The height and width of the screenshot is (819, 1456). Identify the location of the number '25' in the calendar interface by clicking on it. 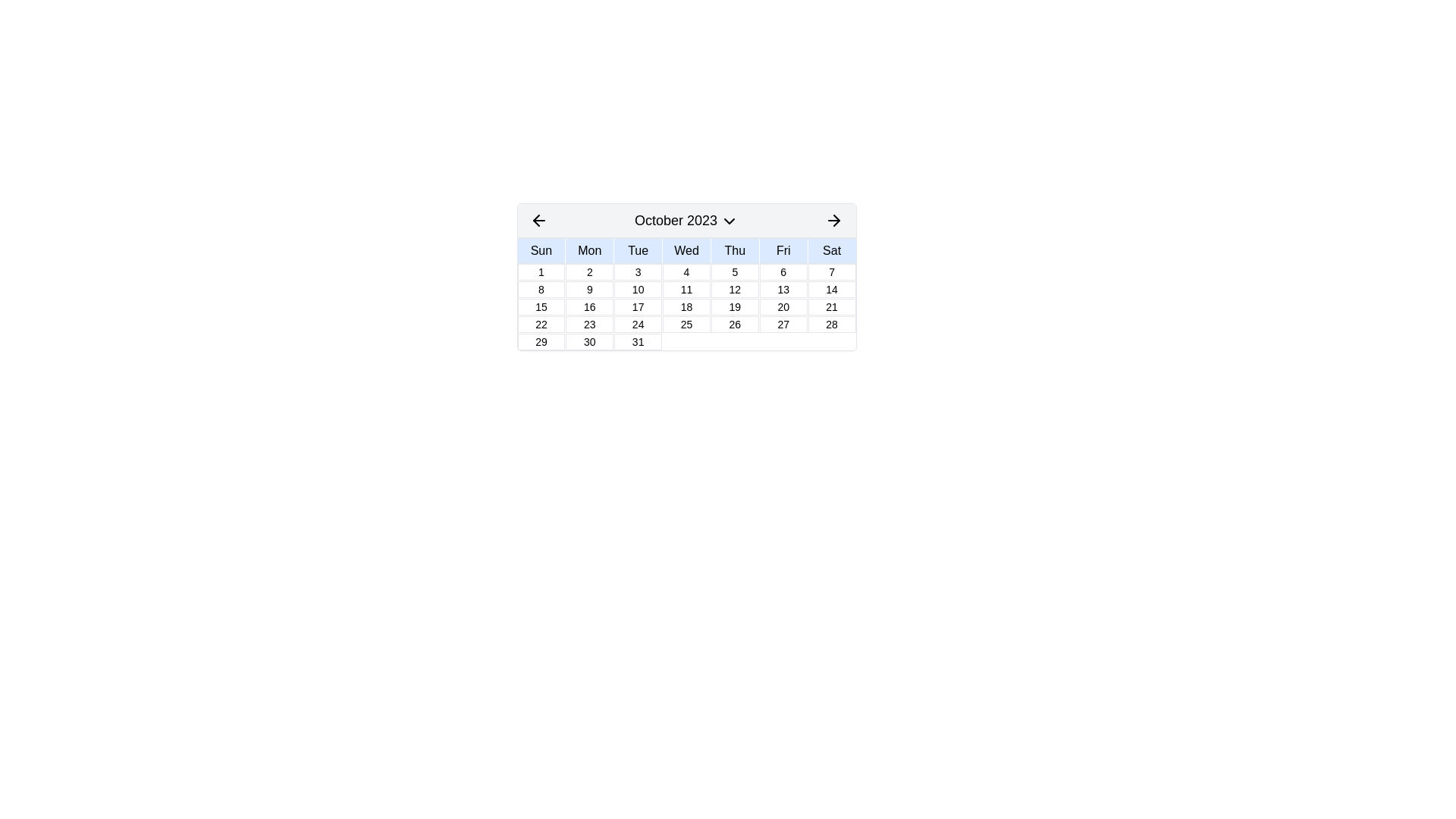
(686, 324).